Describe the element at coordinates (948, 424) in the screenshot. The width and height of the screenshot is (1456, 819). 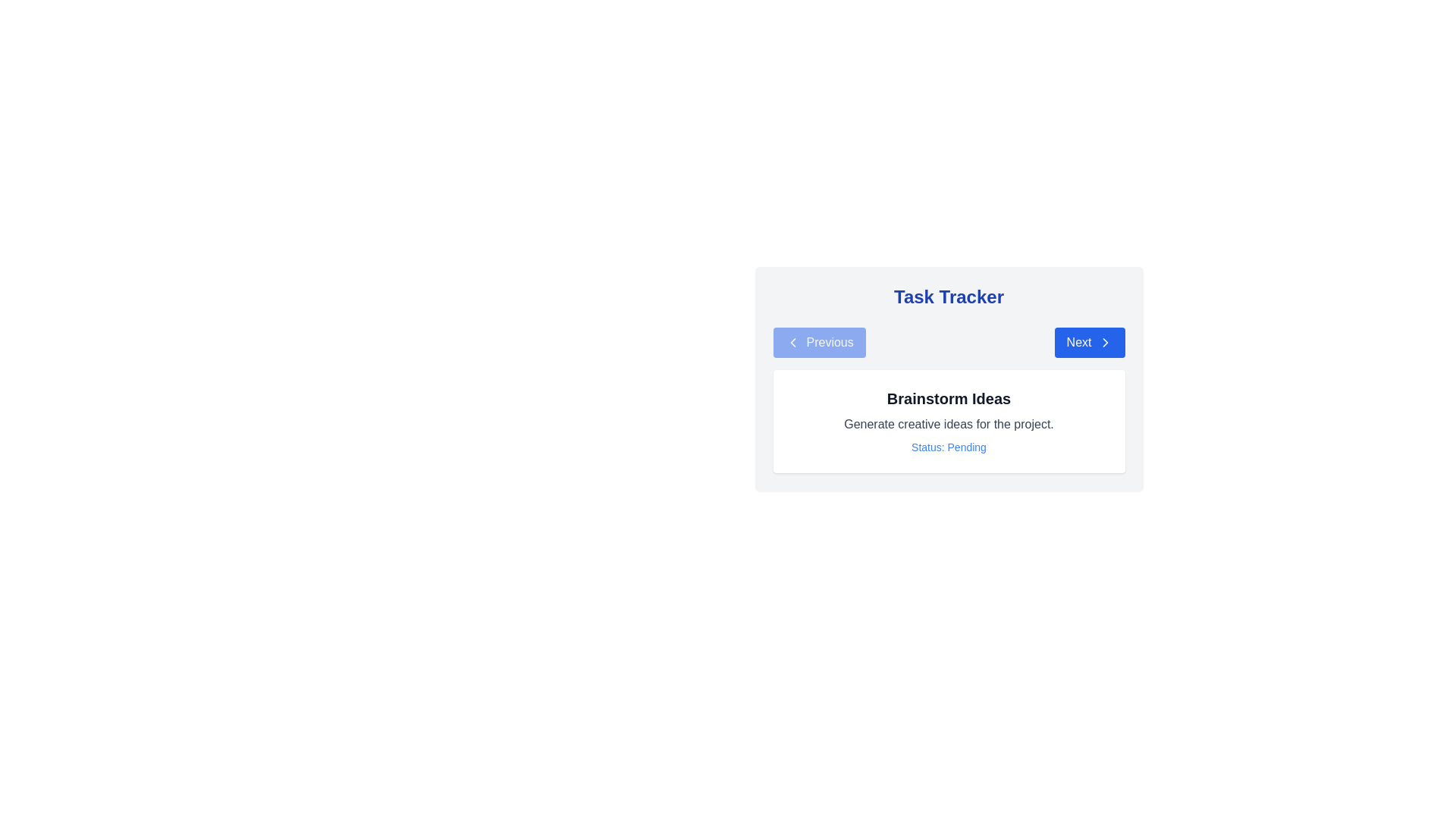
I see `the static text label that reads 'Generate creative ideas for the project.' which is centrally located in the 'Task Tracker' interface, positioned below 'Brainstorm Ideas.'` at that location.